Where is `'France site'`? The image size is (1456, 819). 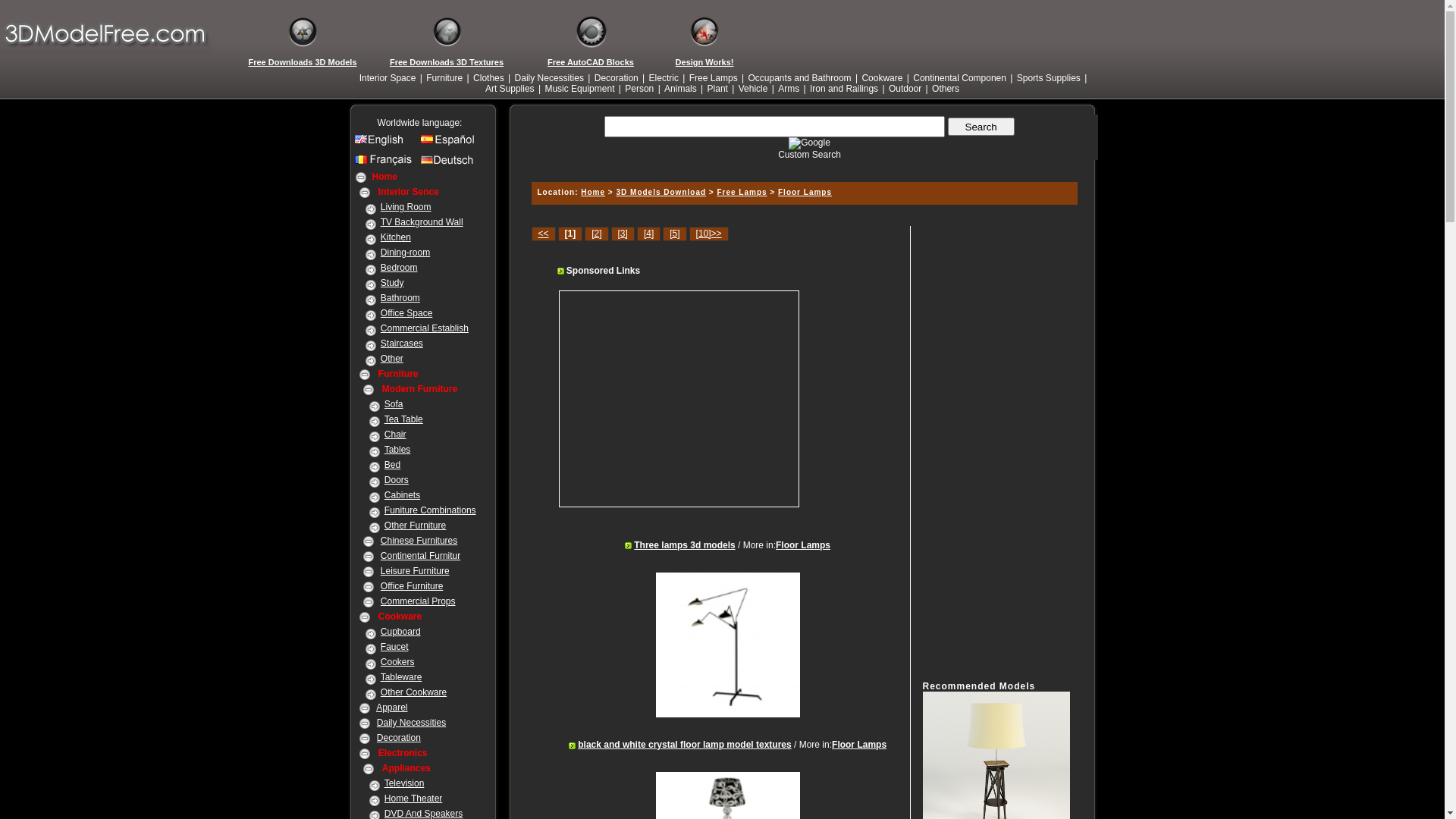 'France site' is located at coordinates (353, 164).